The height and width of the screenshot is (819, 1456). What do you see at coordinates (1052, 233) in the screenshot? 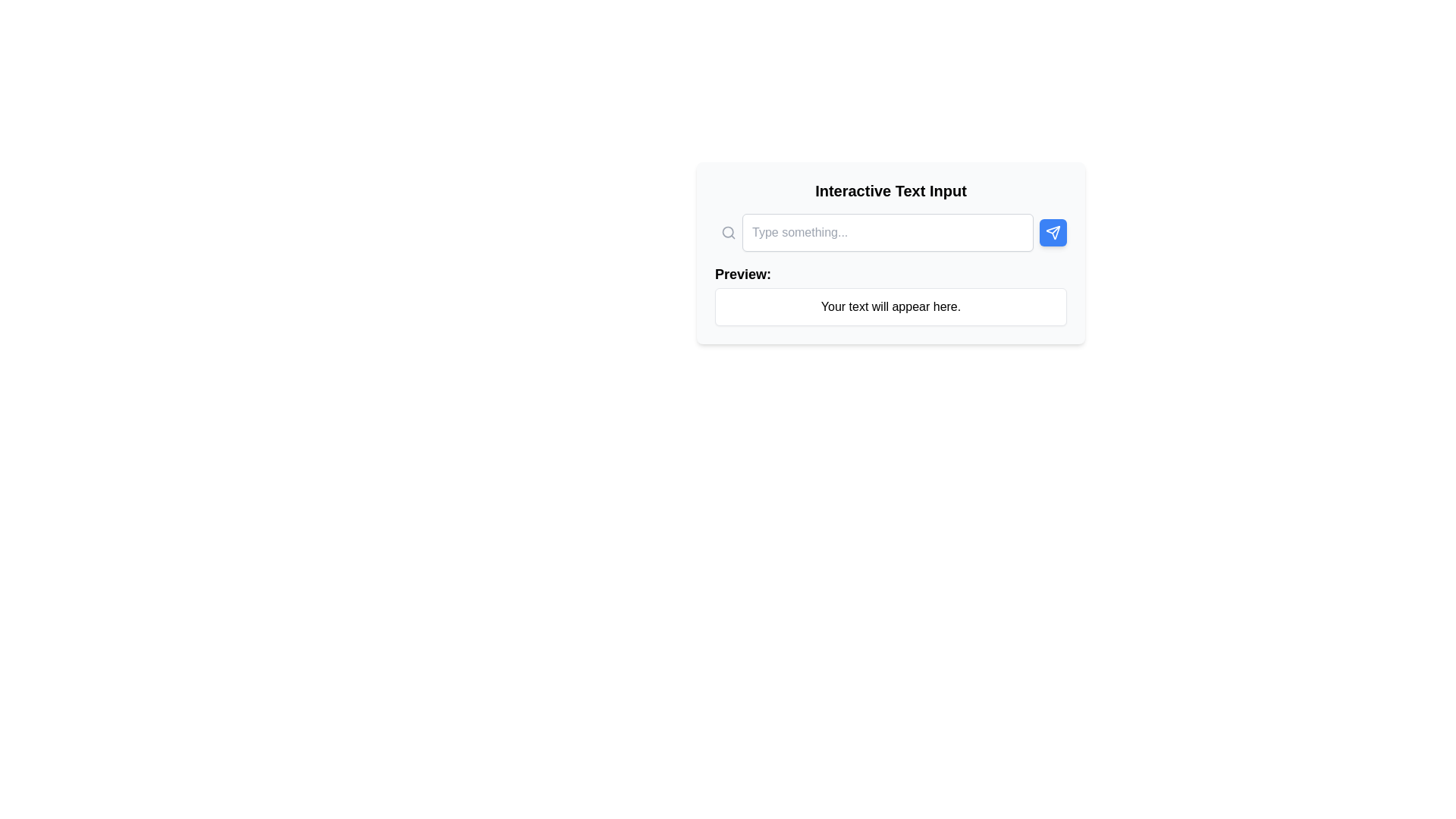
I see `the small blue rectangular button with rounded corners featuring a white paper plane icon in the center` at bounding box center [1052, 233].